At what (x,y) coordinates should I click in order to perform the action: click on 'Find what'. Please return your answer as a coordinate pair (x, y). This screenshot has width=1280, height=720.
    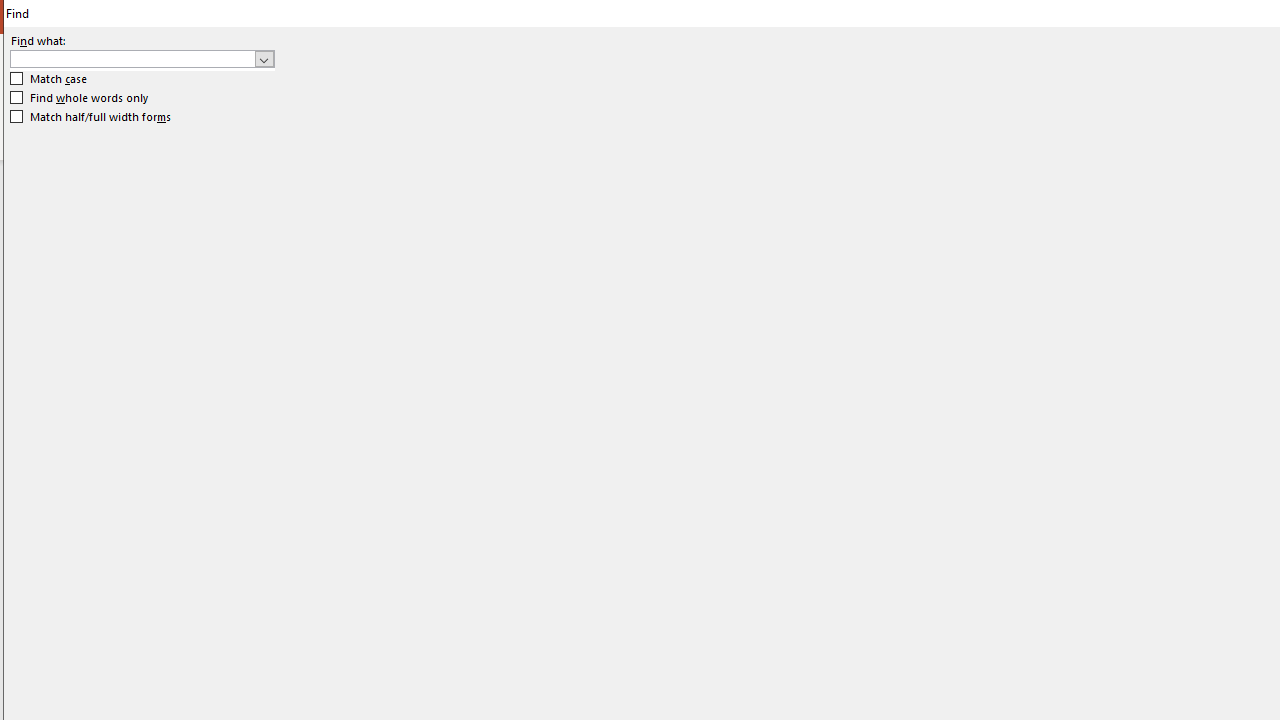
    Looking at the image, I should click on (141, 57).